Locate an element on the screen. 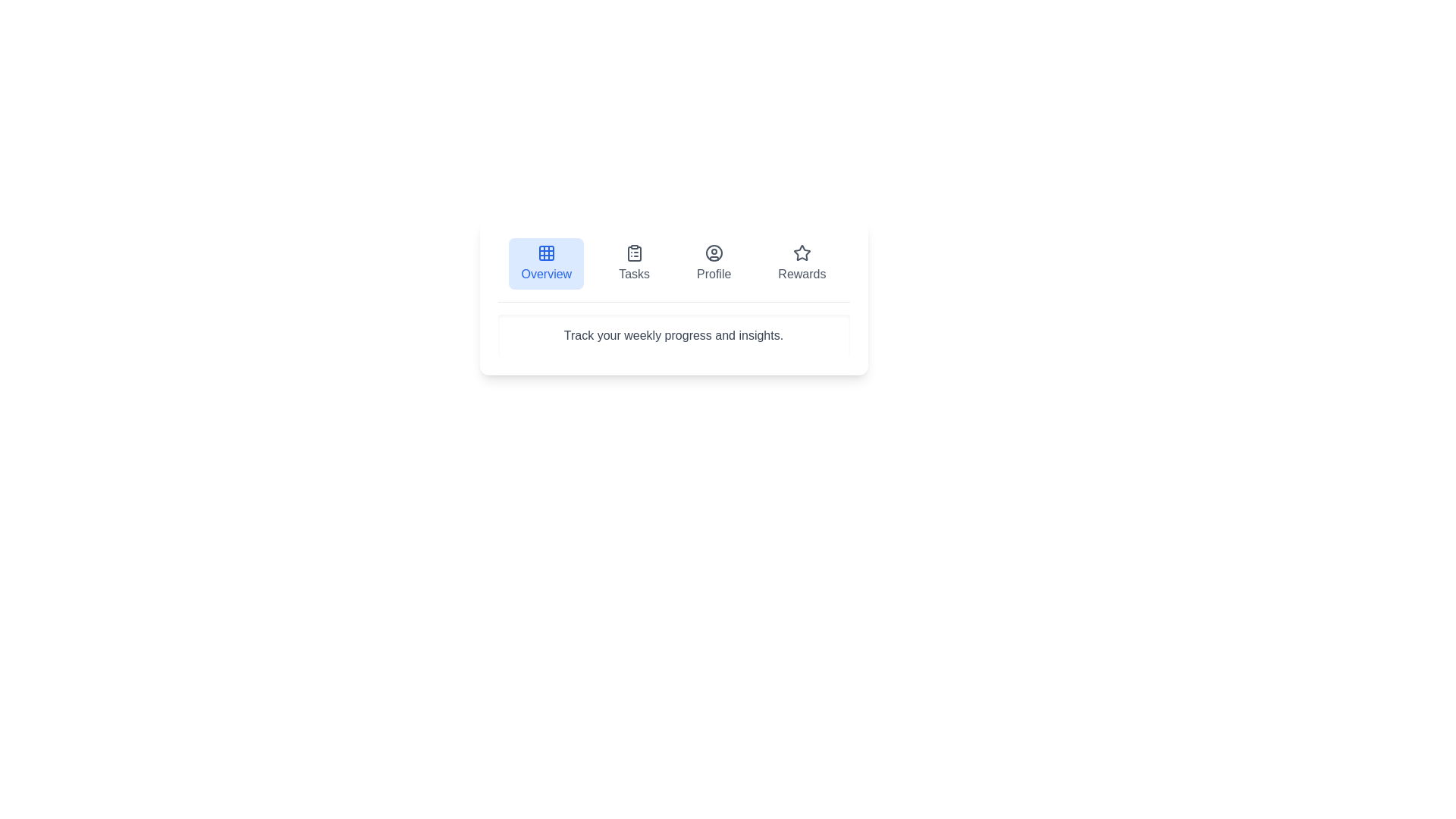  the profile icon, which is the third button from the left in the horizontal navigation menu is located at coordinates (713, 253).